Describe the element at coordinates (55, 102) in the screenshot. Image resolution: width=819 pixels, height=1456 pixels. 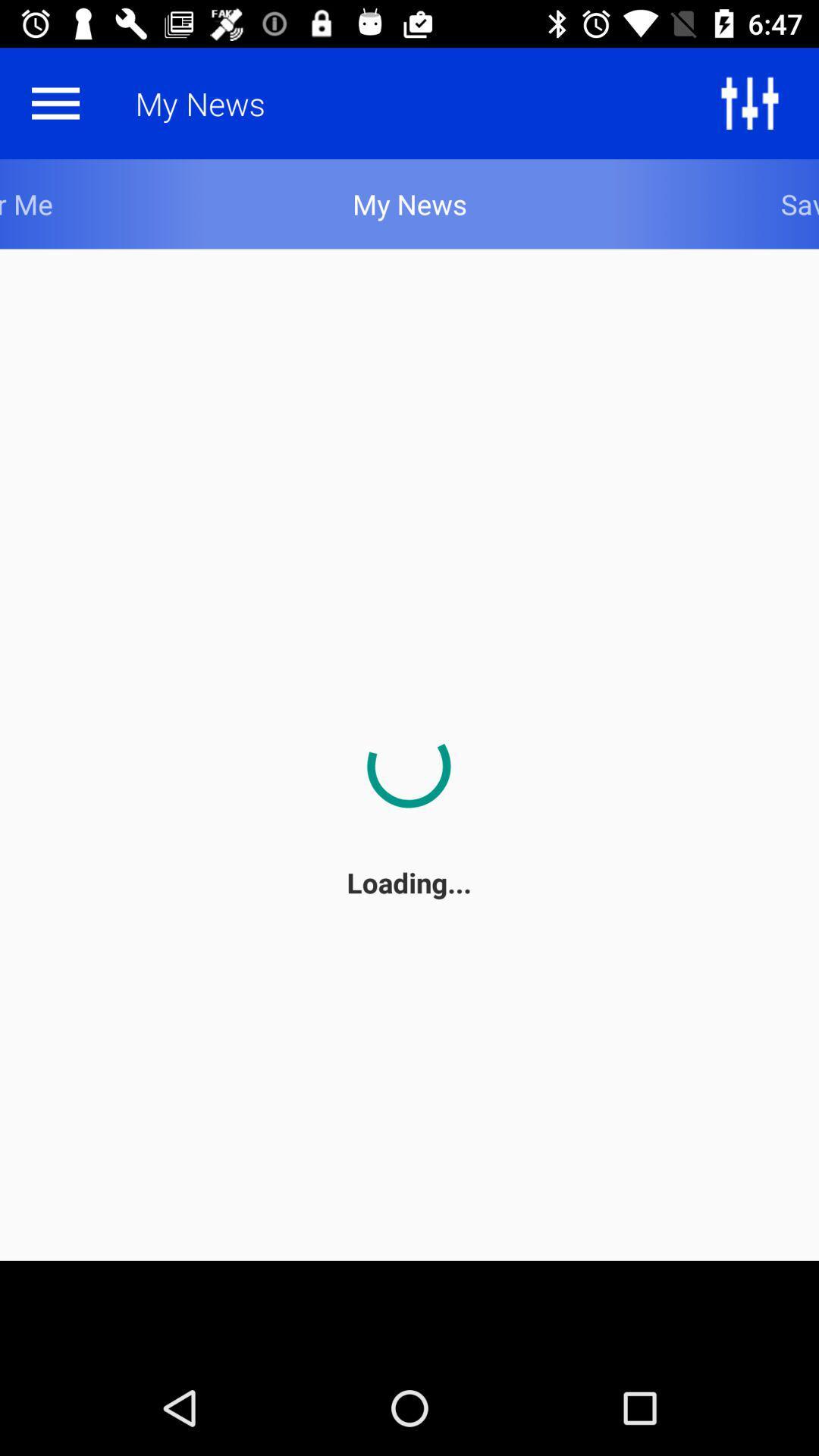
I see `open menu` at that location.